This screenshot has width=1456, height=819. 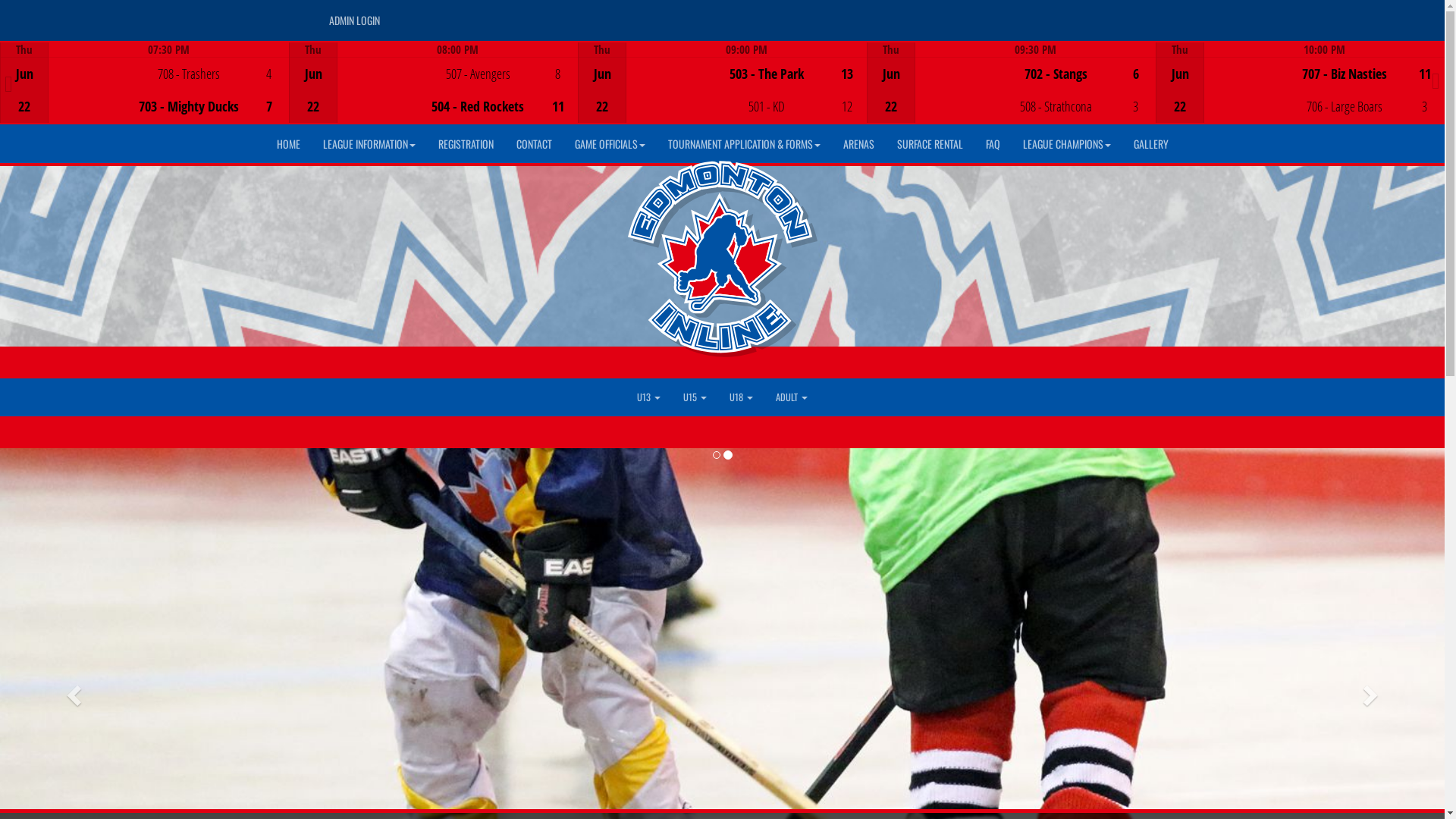 I want to click on 'U15', so click(x=694, y=397).